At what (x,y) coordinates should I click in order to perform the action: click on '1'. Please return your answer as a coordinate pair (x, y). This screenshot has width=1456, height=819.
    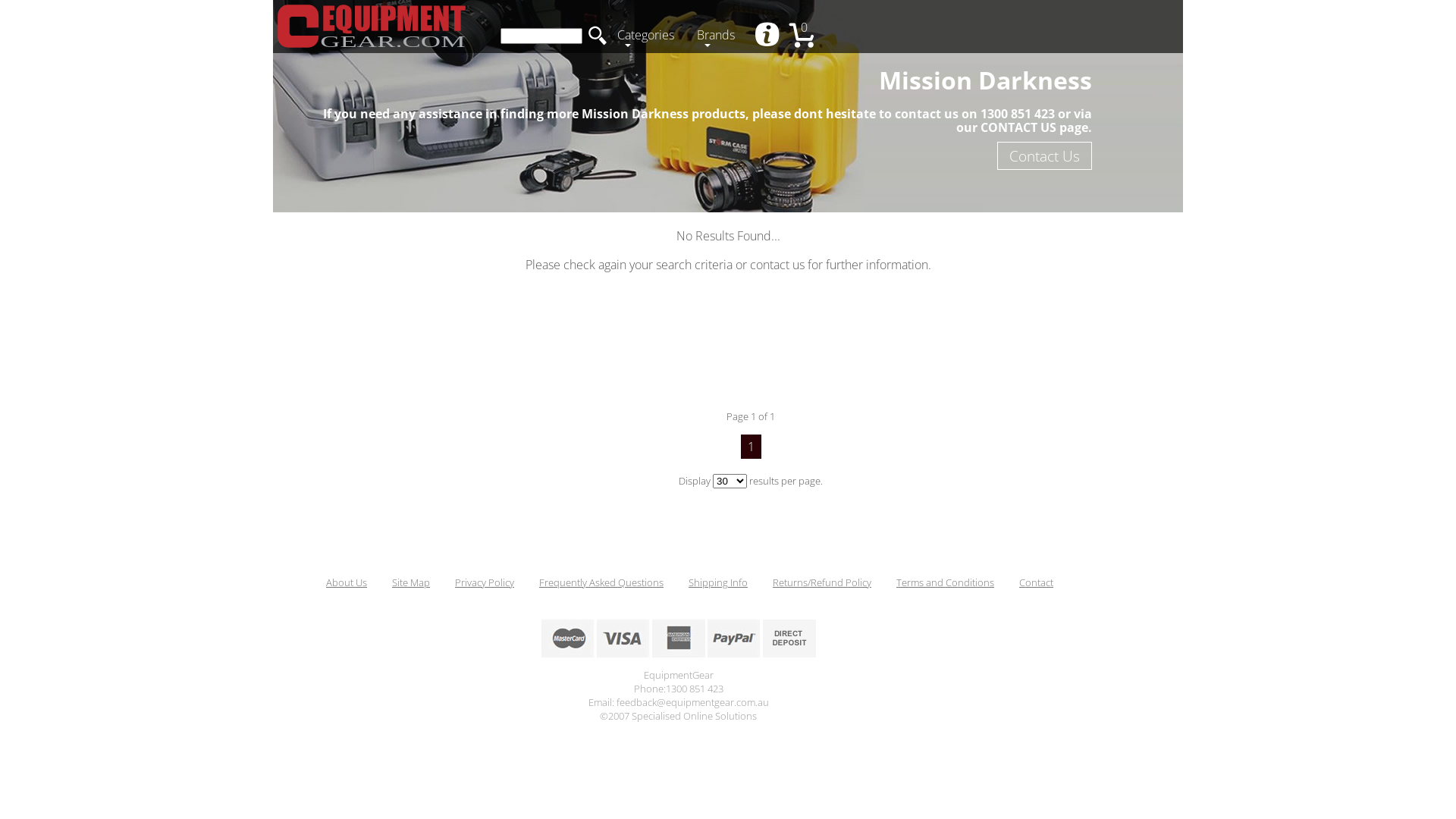
    Looking at the image, I should click on (750, 446).